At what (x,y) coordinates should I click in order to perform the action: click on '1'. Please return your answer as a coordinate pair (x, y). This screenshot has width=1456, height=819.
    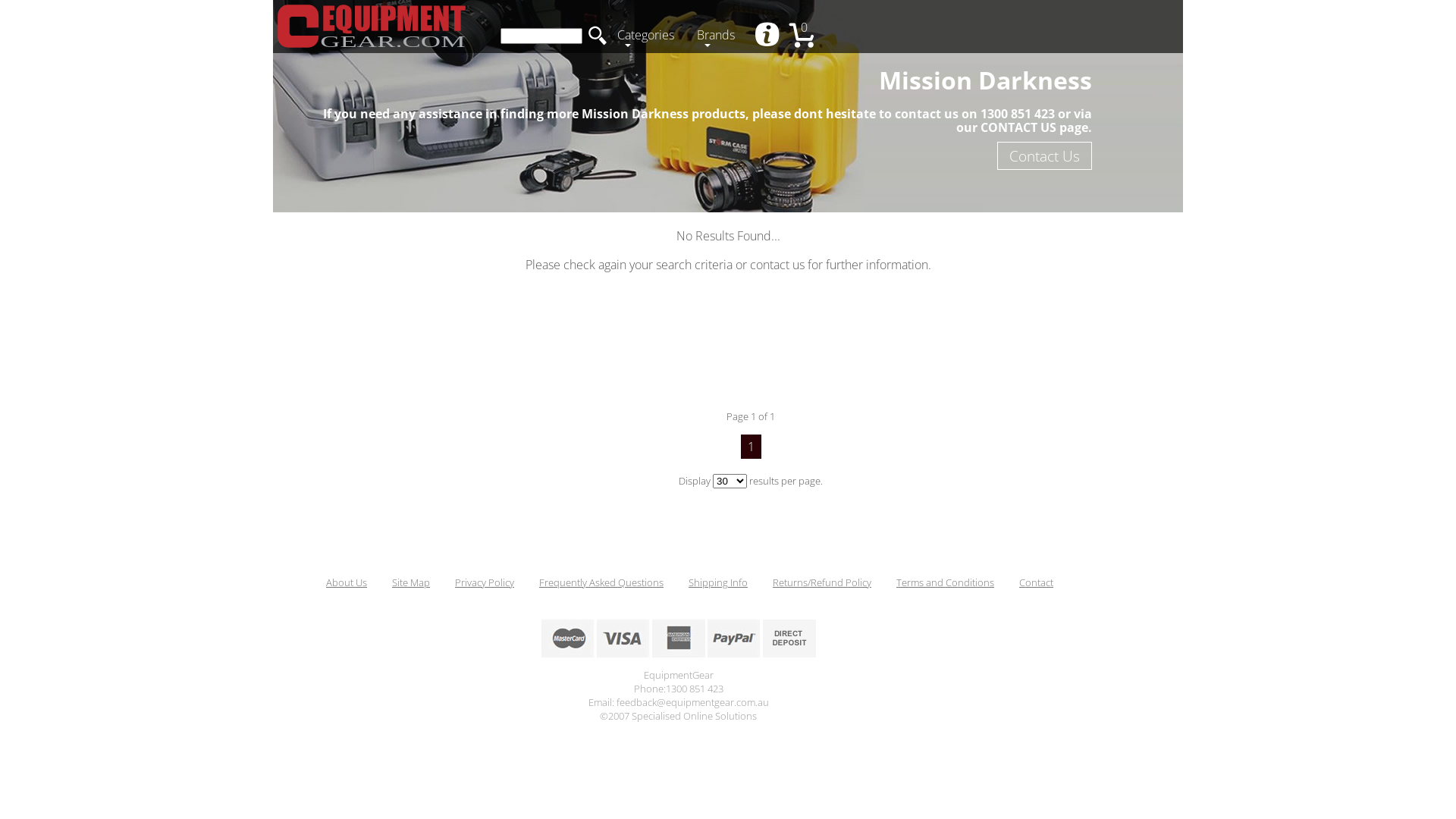
    Looking at the image, I should click on (750, 446).